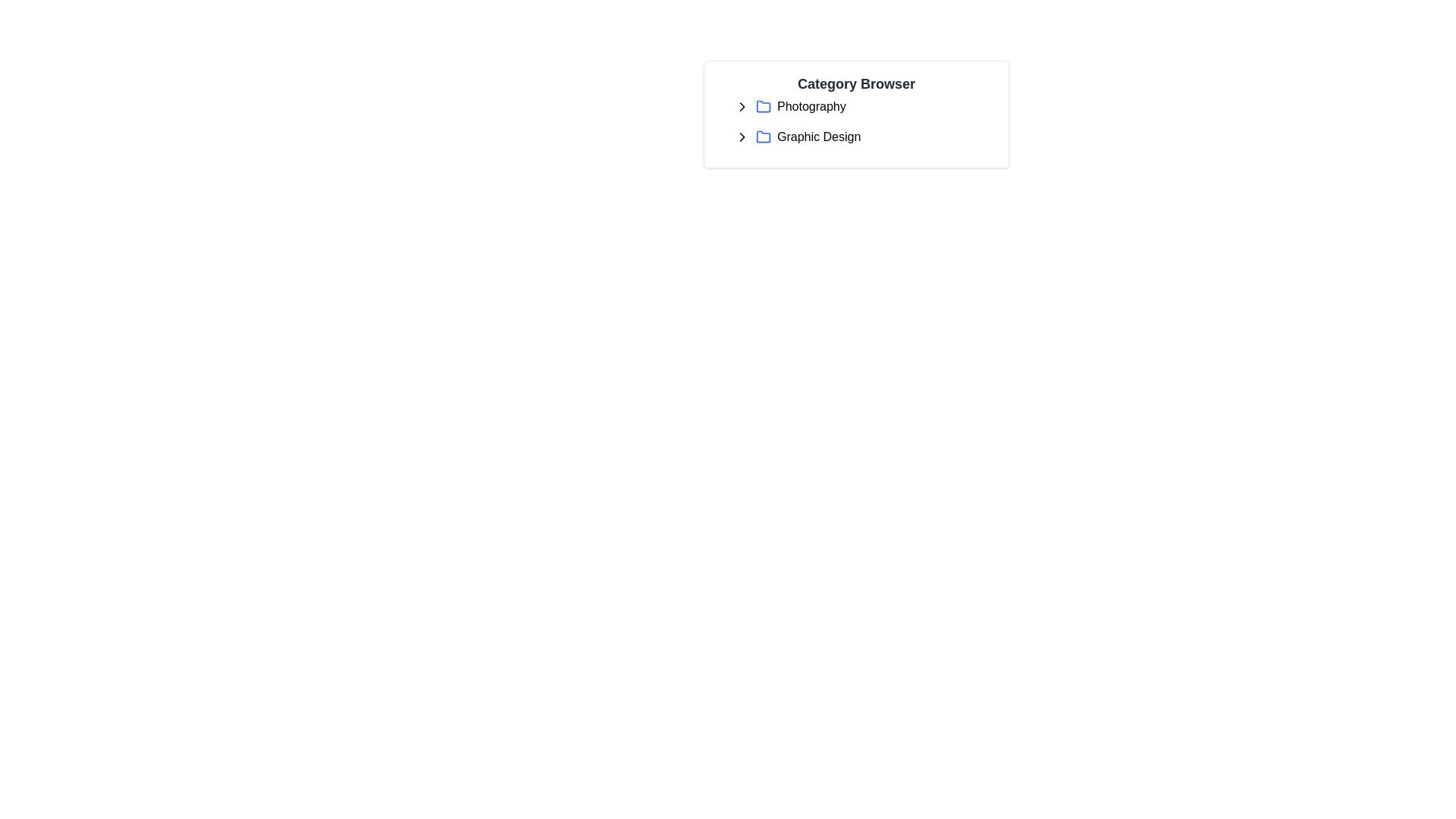 Image resolution: width=1456 pixels, height=819 pixels. What do you see at coordinates (862, 106) in the screenshot?
I see `the first list item in the category browser` at bounding box center [862, 106].